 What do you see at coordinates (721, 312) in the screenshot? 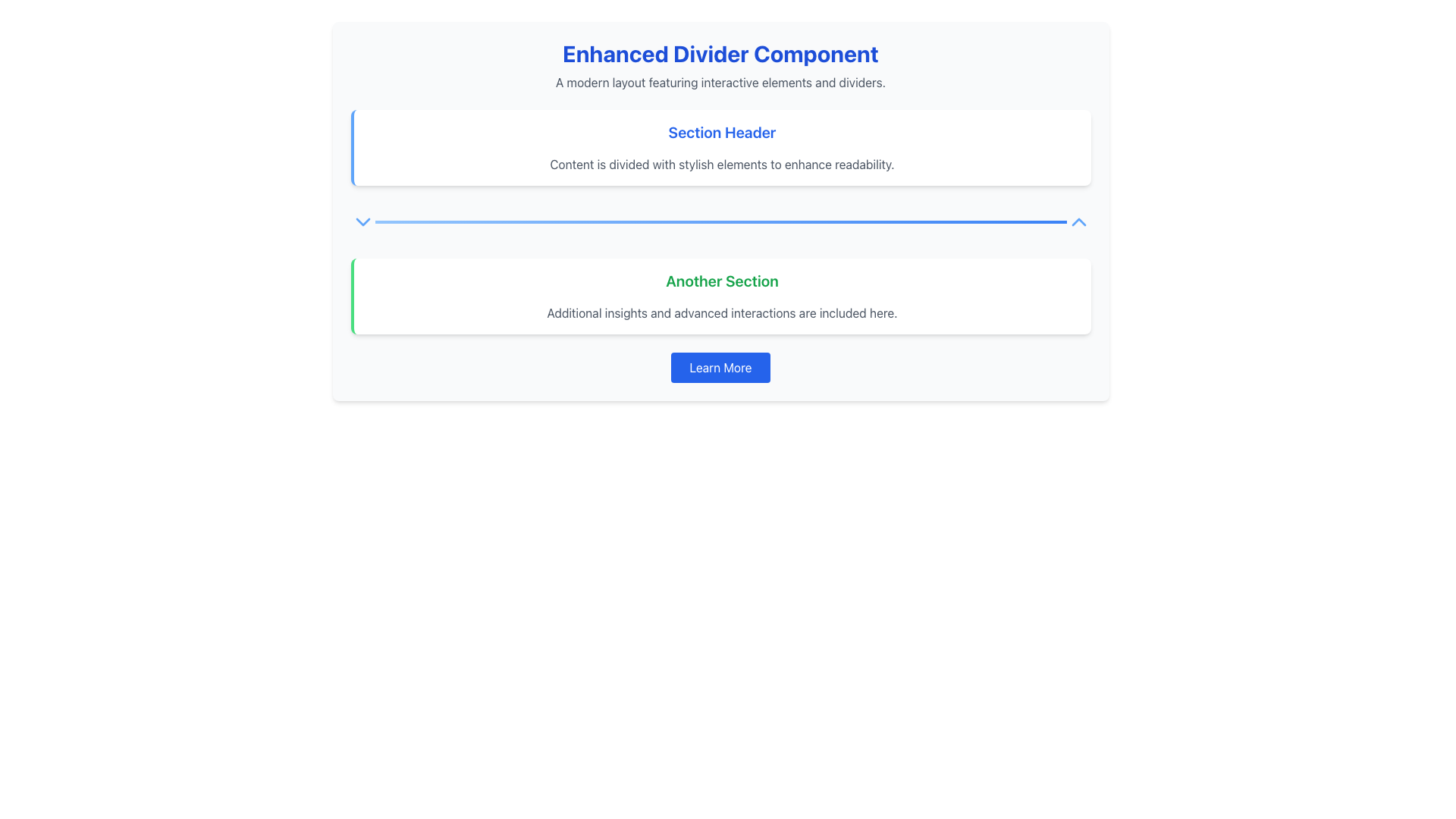
I see `the text element displaying 'Additional insights and advanced interactions are included here,' which is styled in muted gray and is located below the green heading labeled 'Another Section.'` at bounding box center [721, 312].